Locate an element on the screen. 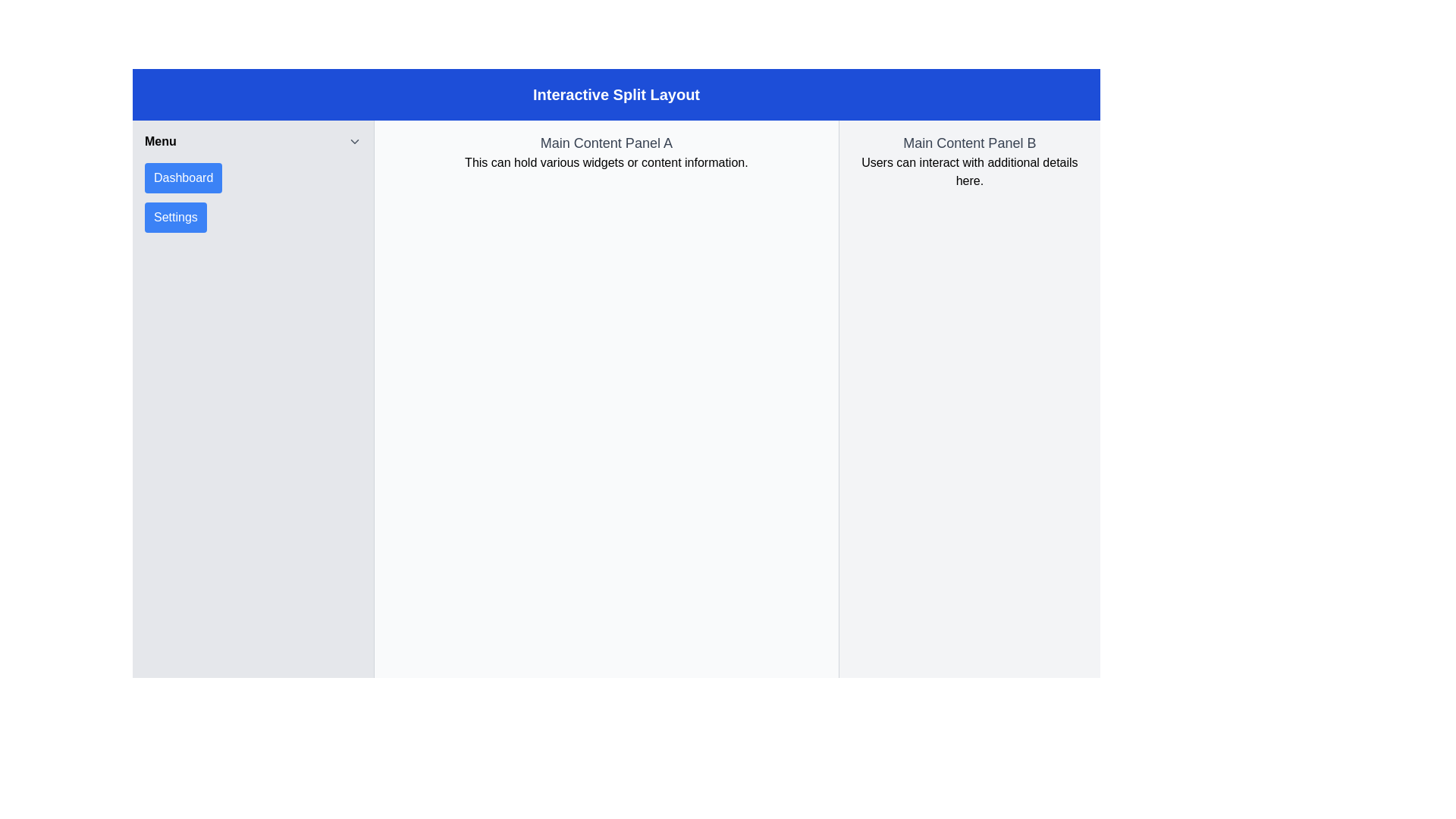 The width and height of the screenshot is (1456, 819). the blue 'Settings' button with white text located below the 'Dashboard' button in the left sidebar menu is located at coordinates (175, 217).